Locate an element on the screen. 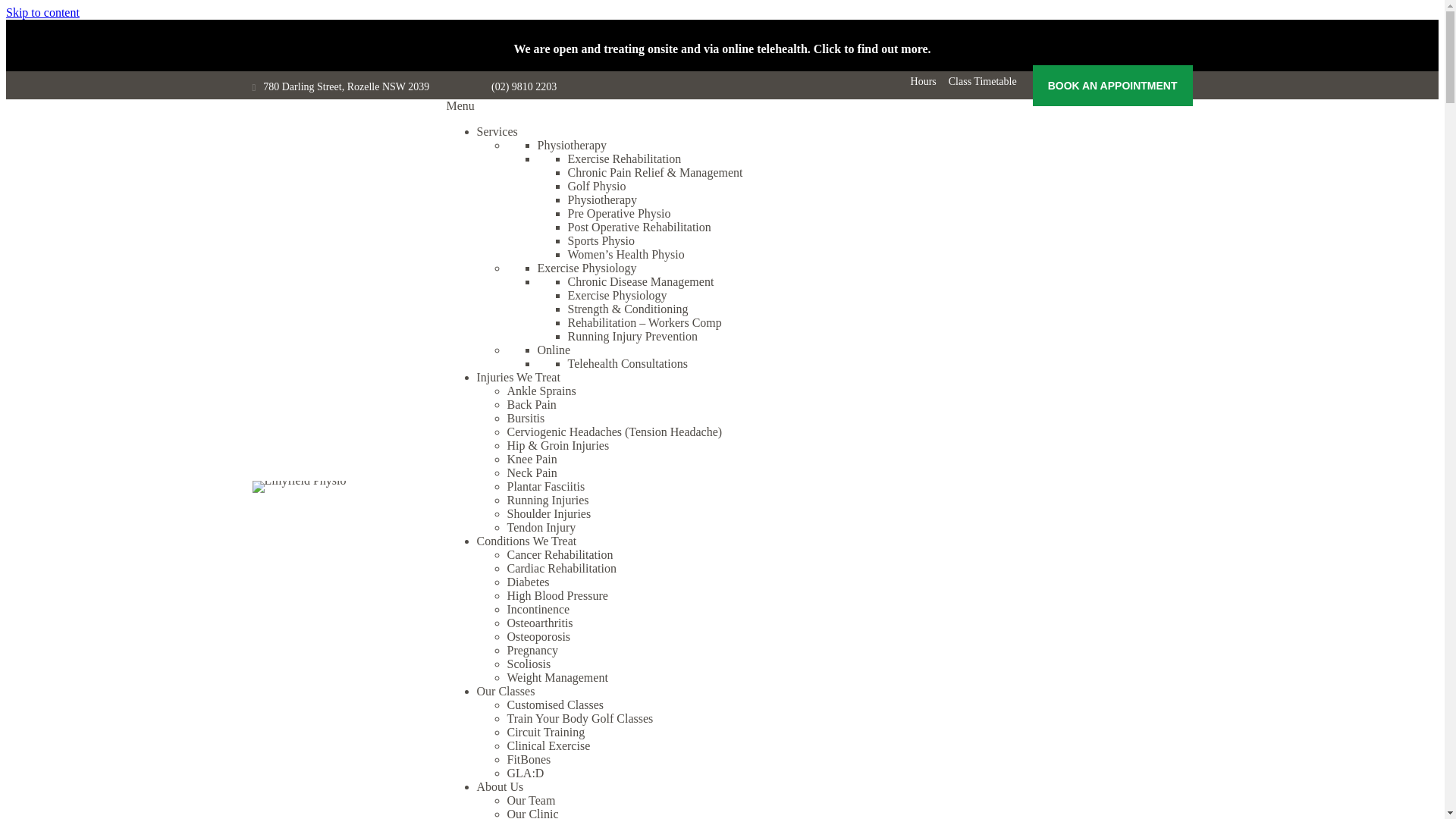 The height and width of the screenshot is (819, 1456). 'Plantar Fasciitis' is located at coordinates (545, 486).